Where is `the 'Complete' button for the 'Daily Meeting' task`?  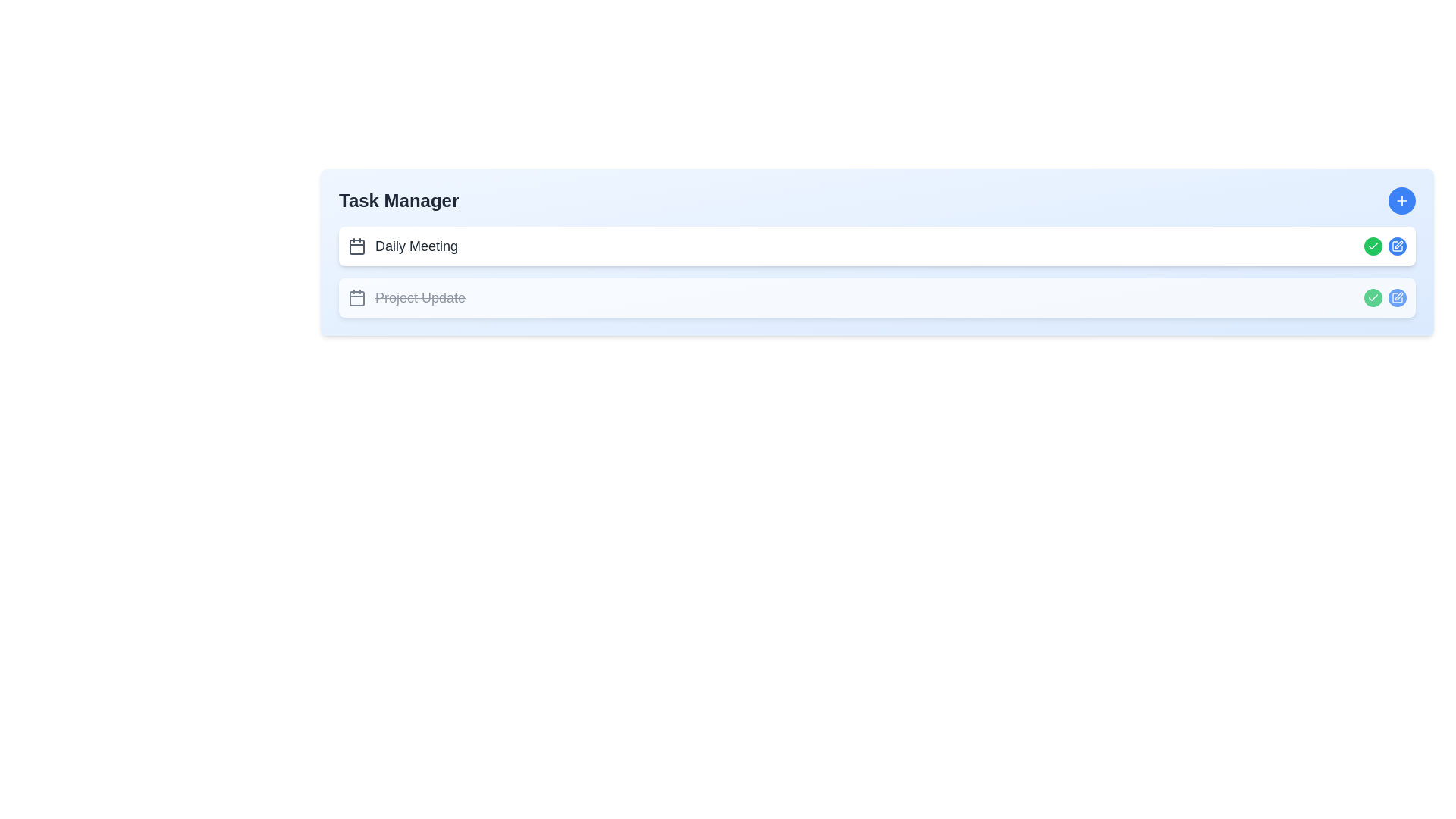 the 'Complete' button for the 'Daily Meeting' task is located at coordinates (1373, 298).